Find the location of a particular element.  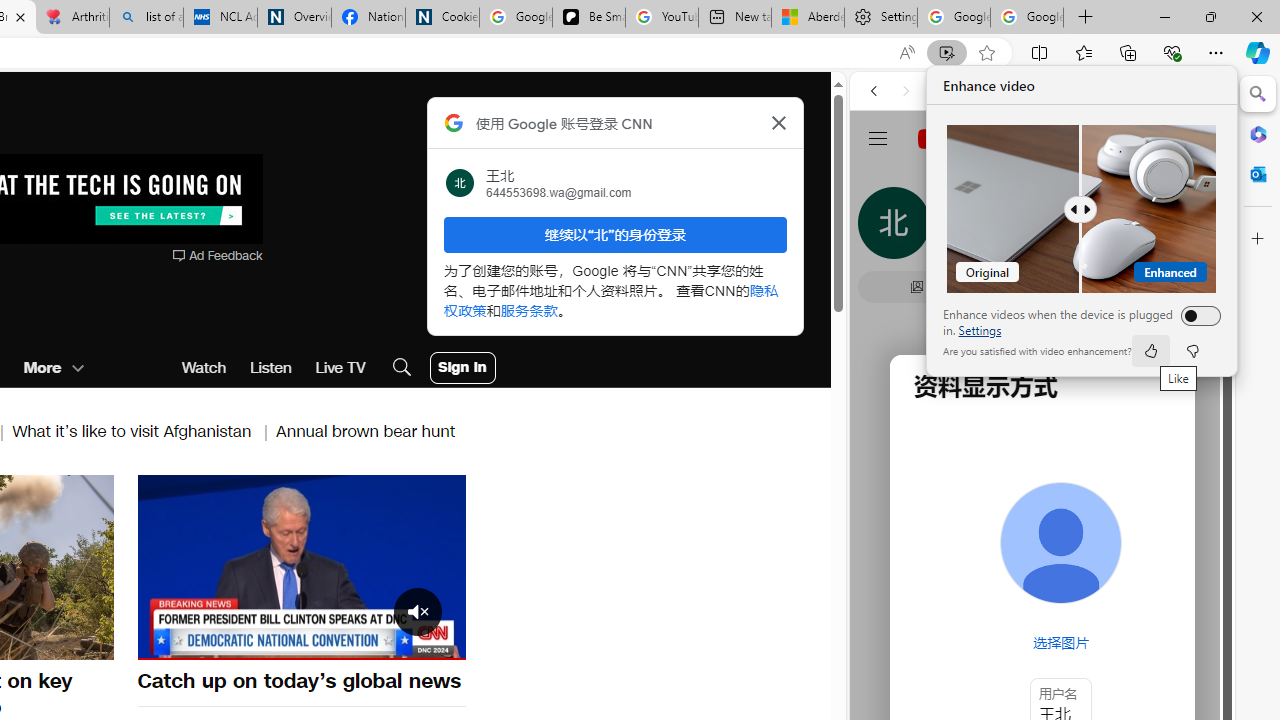

'dislike' is located at coordinates (1192, 350).